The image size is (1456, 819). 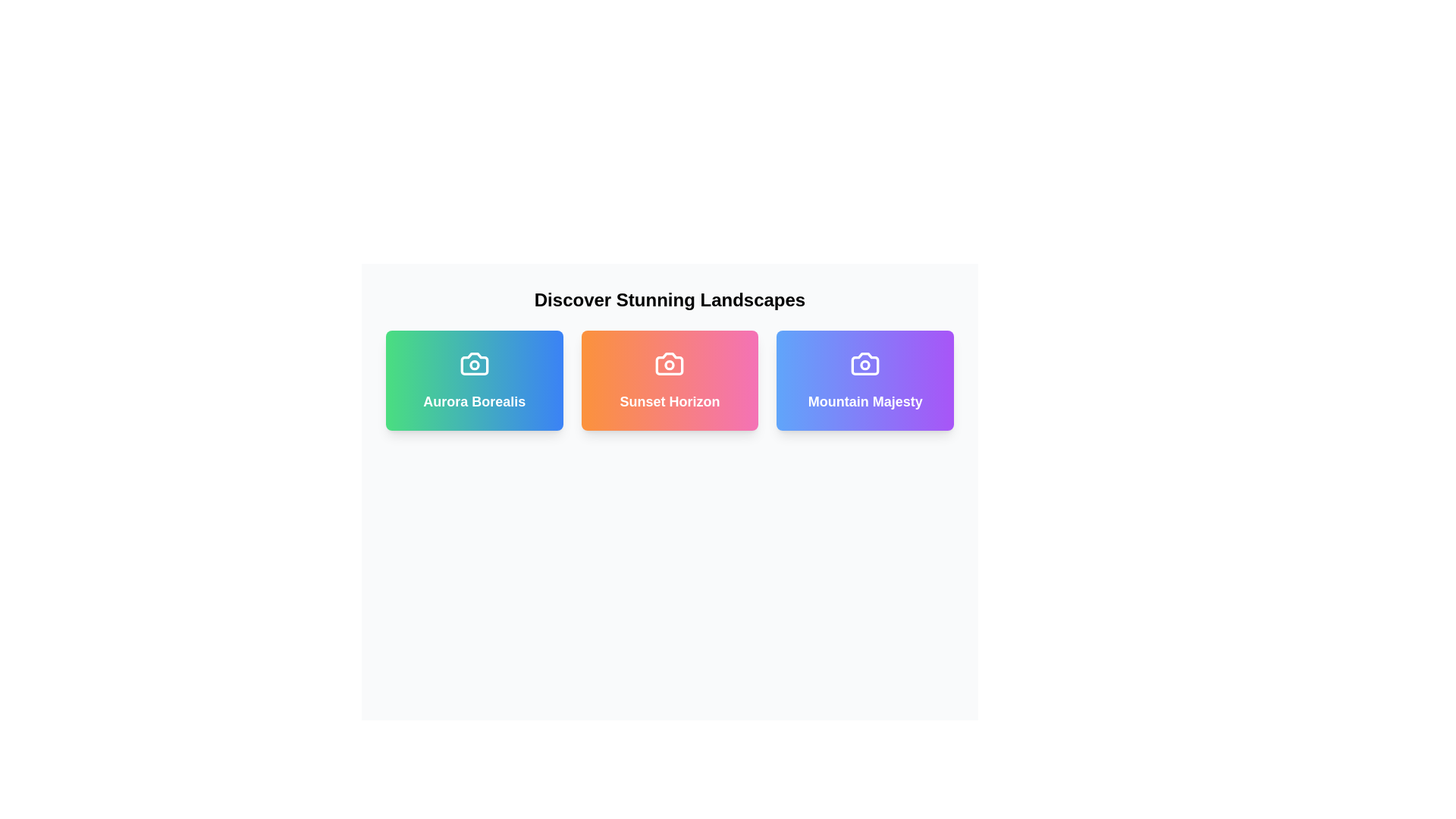 What do you see at coordinates (669, 379) in the screenshot?
I see `the interactive card titled 'Sunset Horizon'` at bounding box center [669, 379].